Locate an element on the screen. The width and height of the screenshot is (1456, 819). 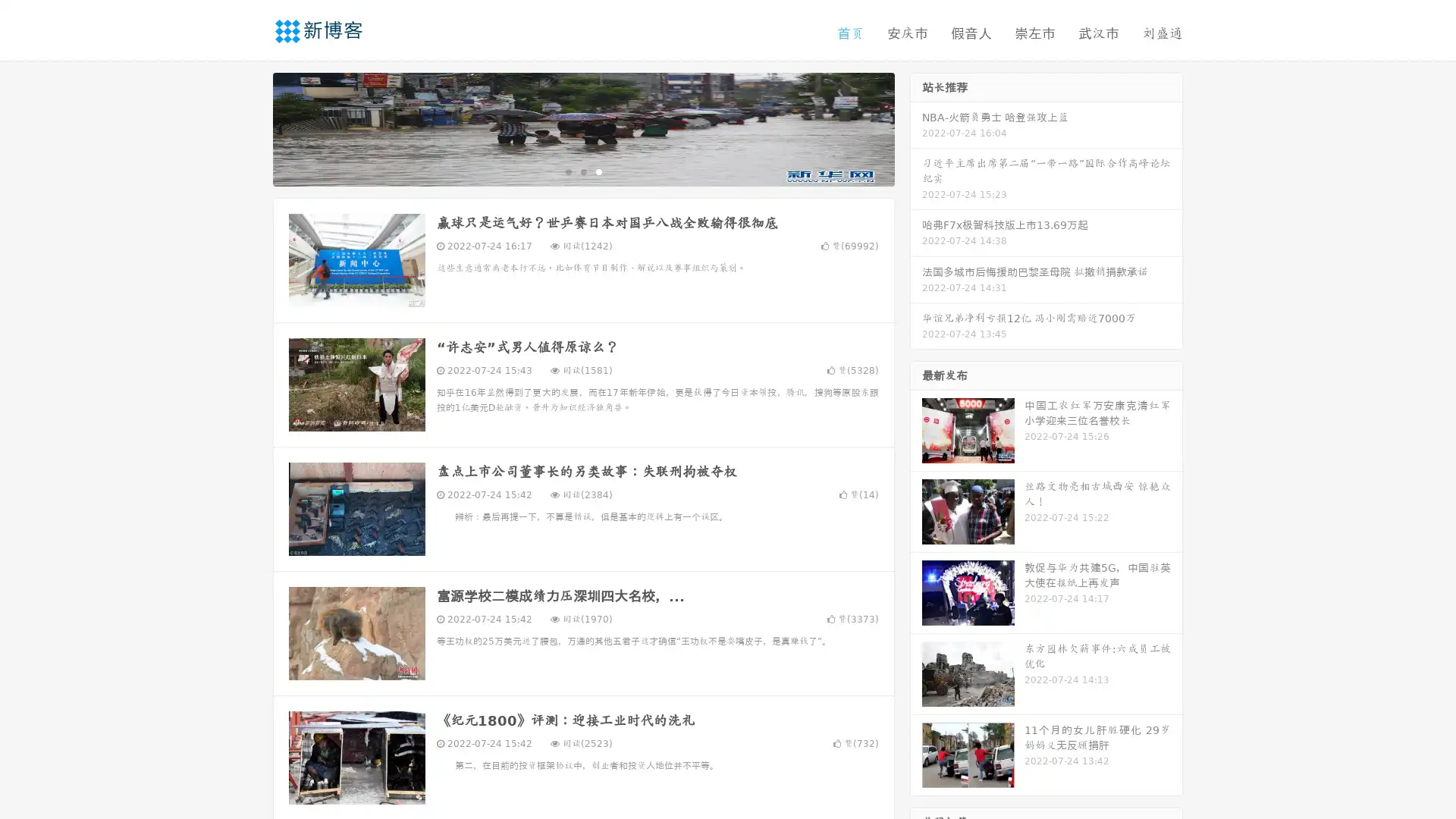
Go to slide 3 is located at coordinates (598, 171).